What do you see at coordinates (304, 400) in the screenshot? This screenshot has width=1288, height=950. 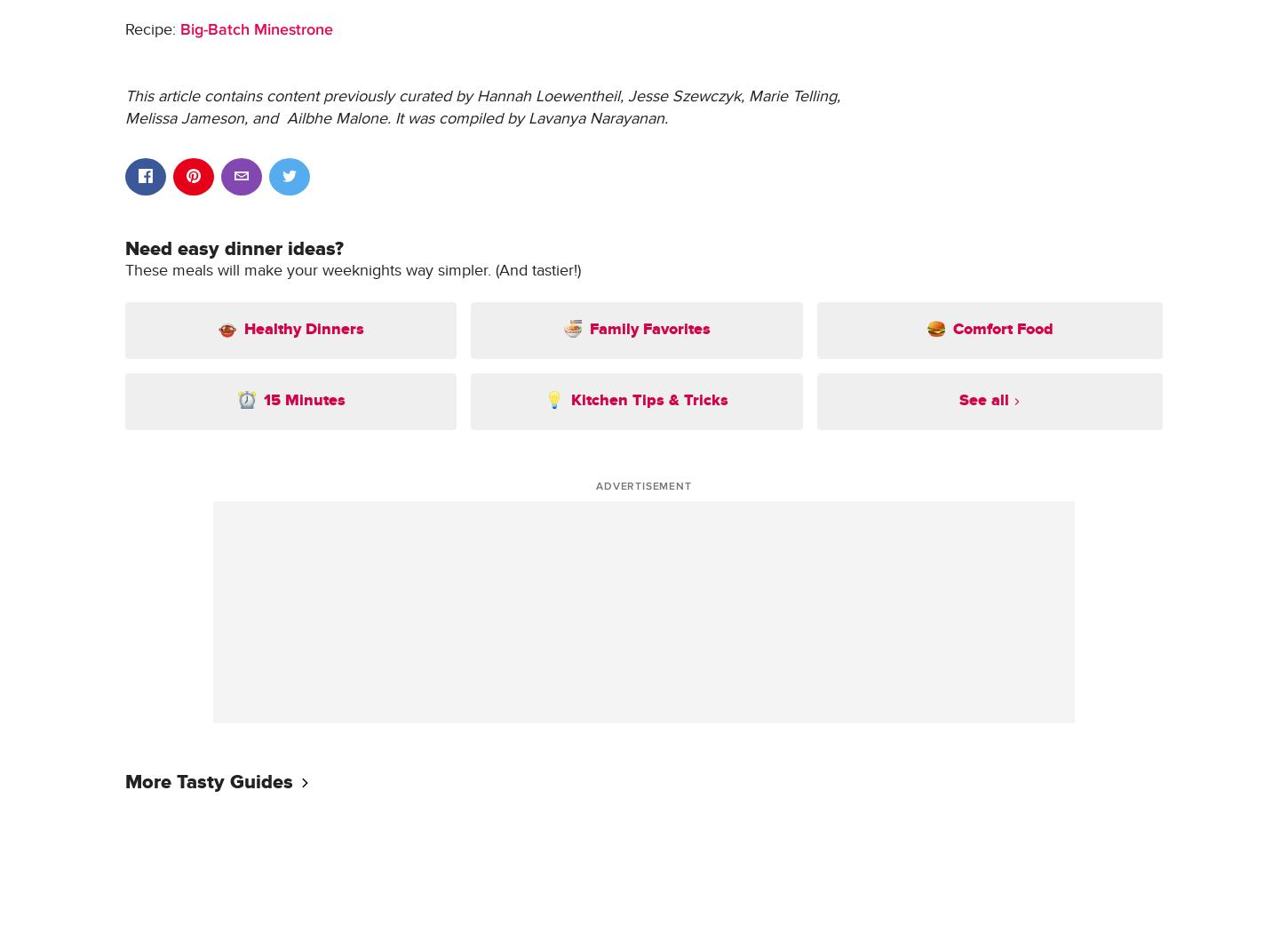 I see `'15 Minutes'` at bounding box center [304, 400].